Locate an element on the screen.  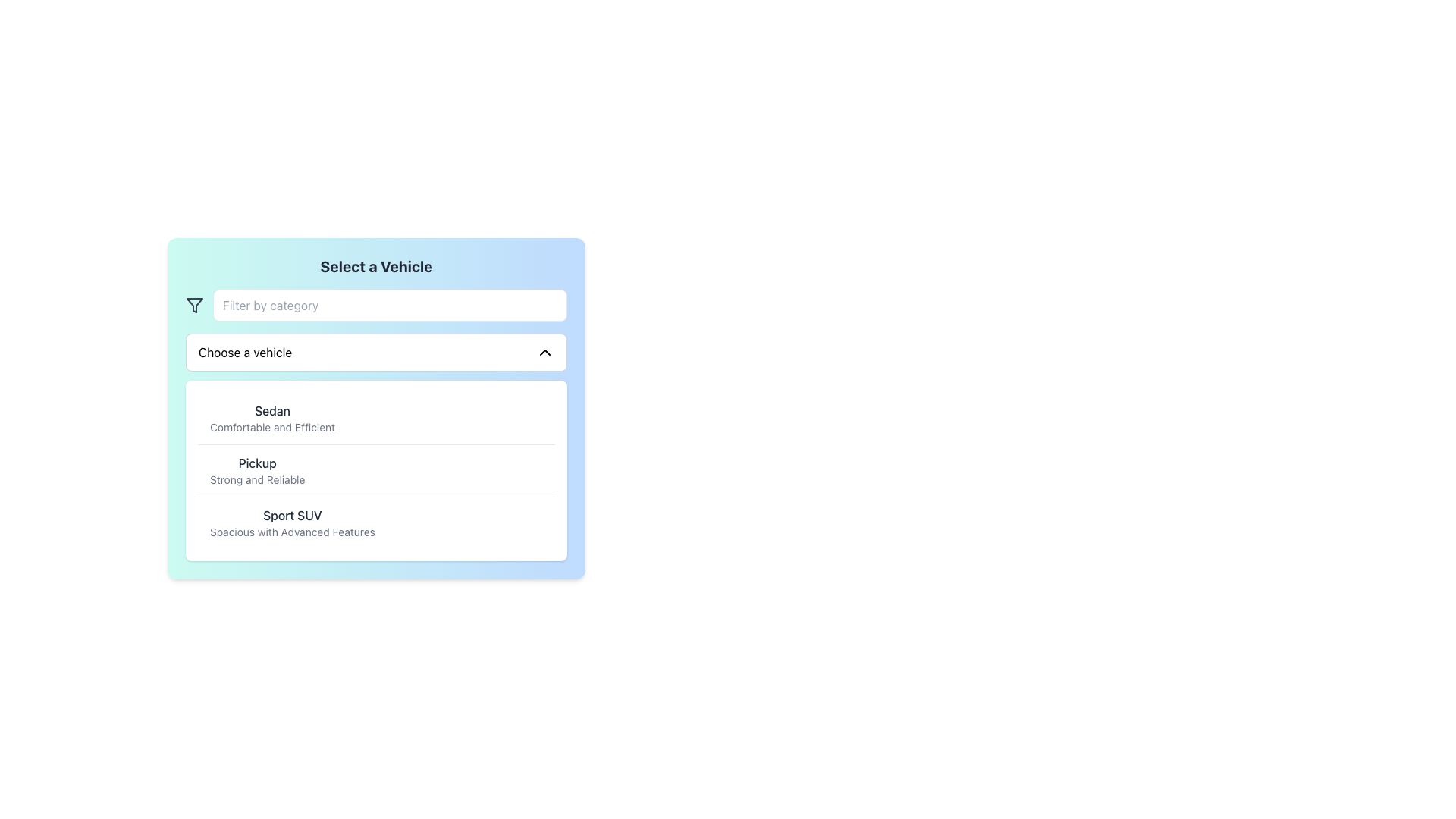
the first list item representing the 'Sedan' option in the vehicle dropdown menu is located at coordinates (272, 418).